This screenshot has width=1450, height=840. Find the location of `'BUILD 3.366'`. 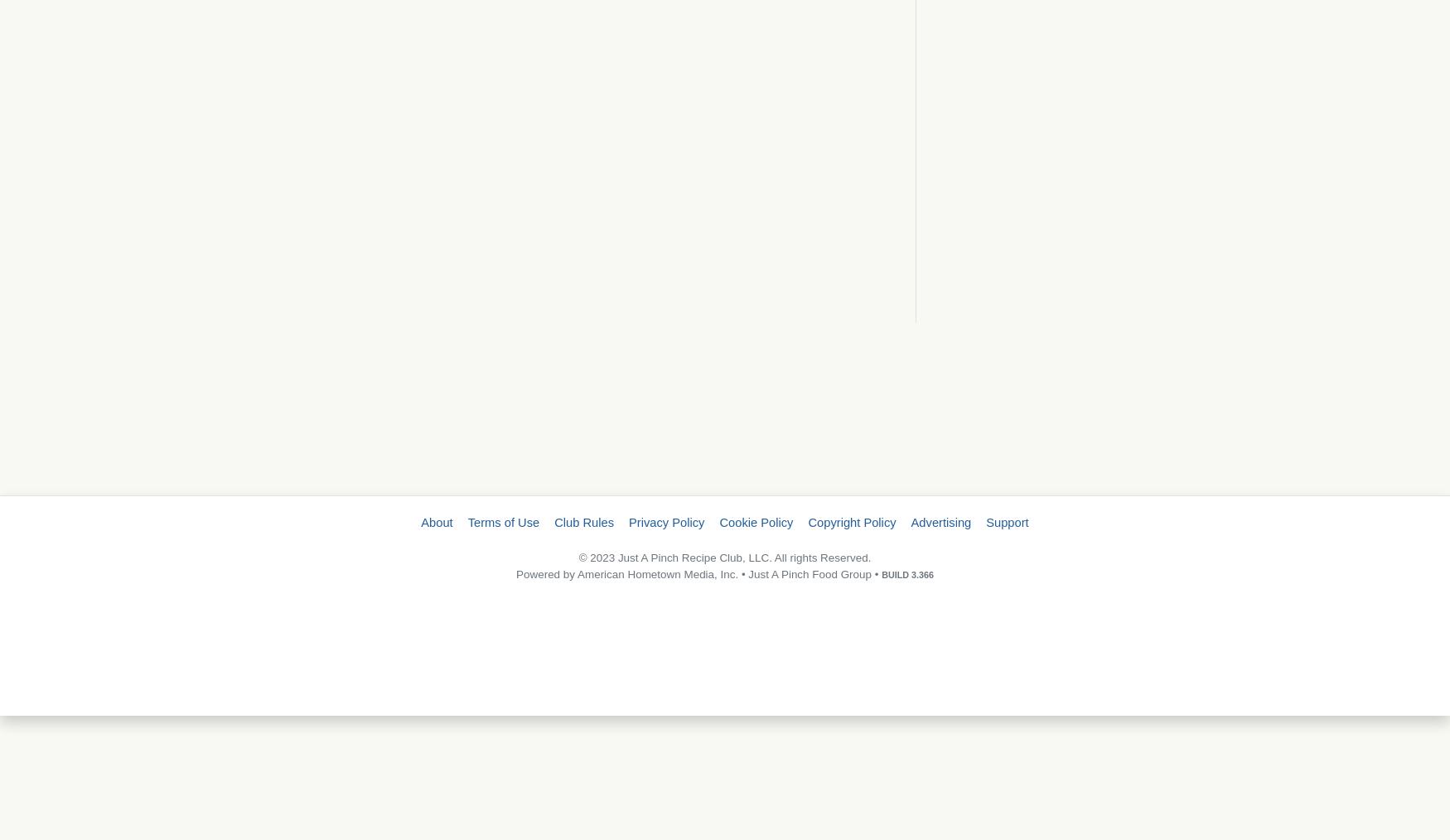

'BUILD 3.366' is located at coordinates (906, 572).